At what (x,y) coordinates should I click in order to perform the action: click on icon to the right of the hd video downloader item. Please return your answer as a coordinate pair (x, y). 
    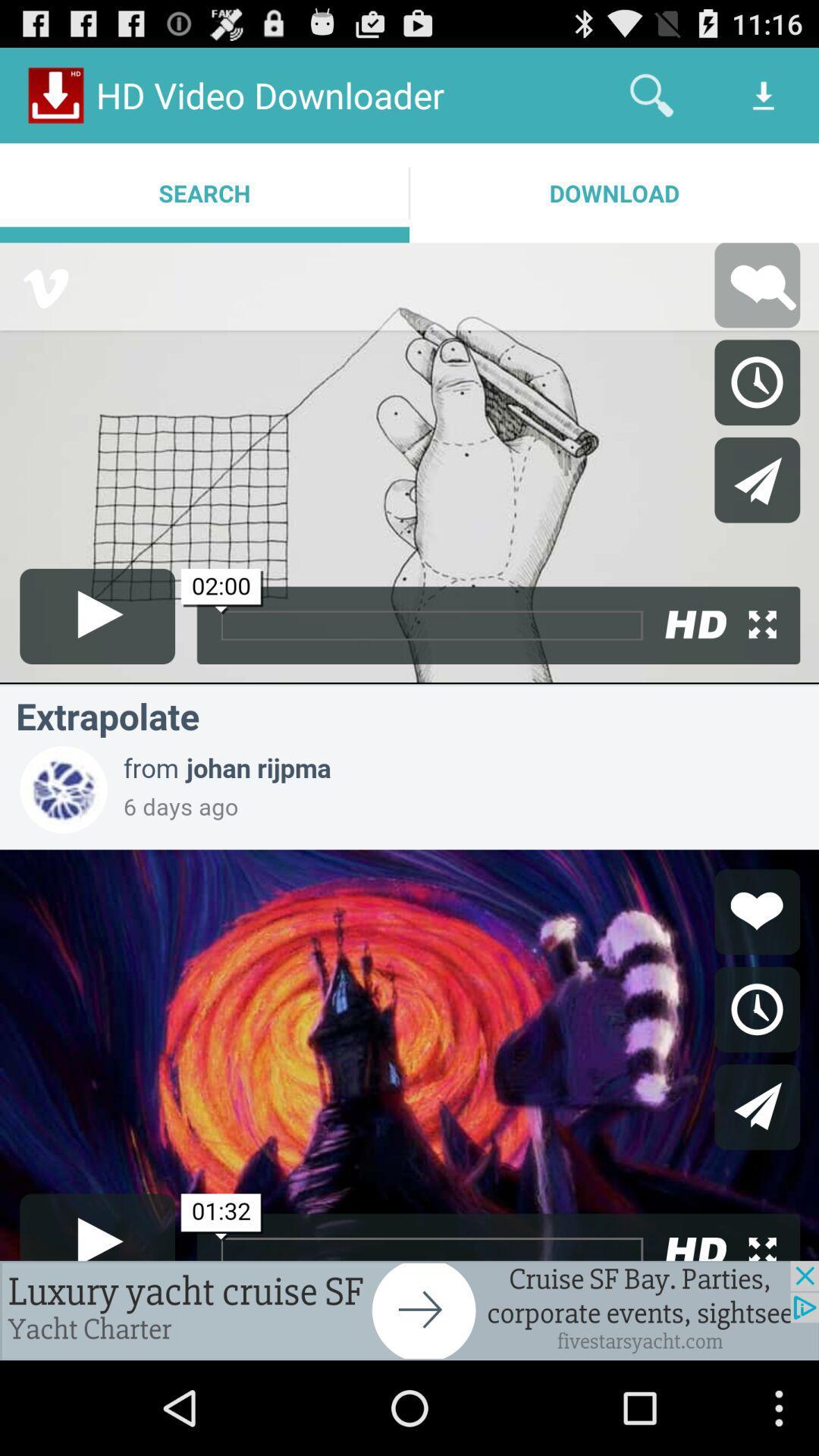
    Looking at the image, I should click on (651, 94).